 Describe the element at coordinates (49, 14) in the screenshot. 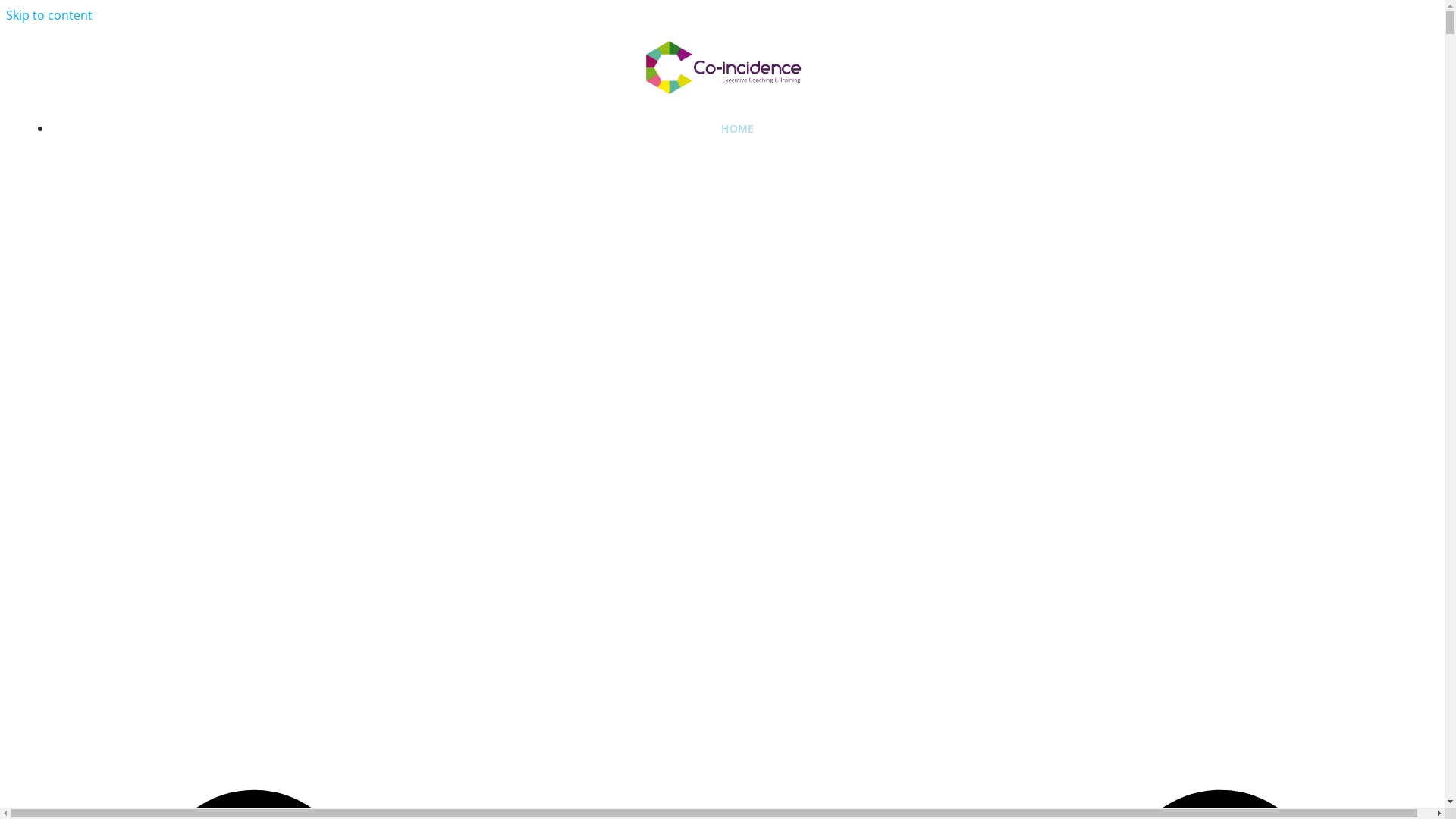

I see `'Skip to content'` at that location.